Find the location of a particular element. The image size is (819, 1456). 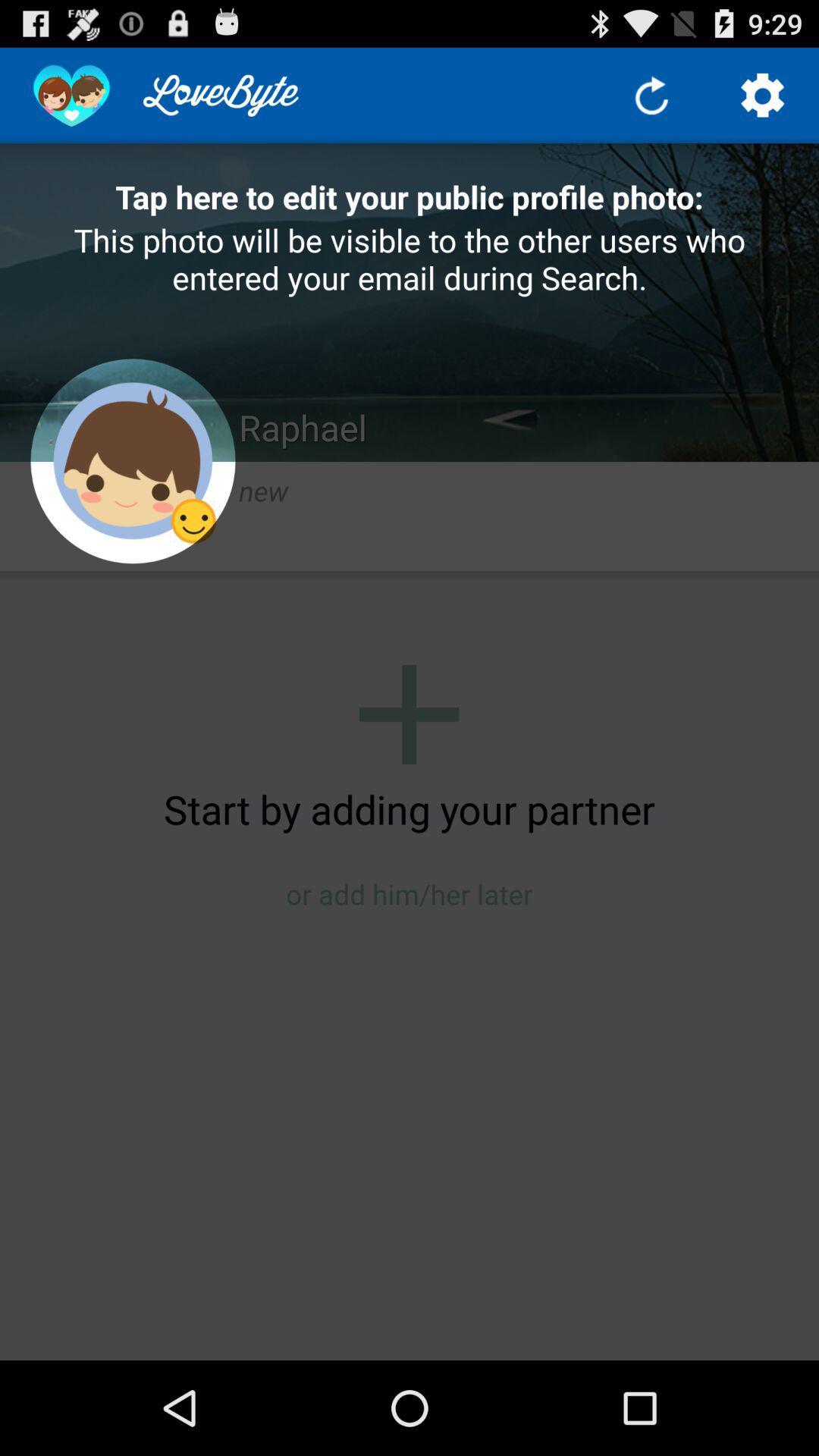

the add symbol at the center of the page is located at coordinates (408, 714).